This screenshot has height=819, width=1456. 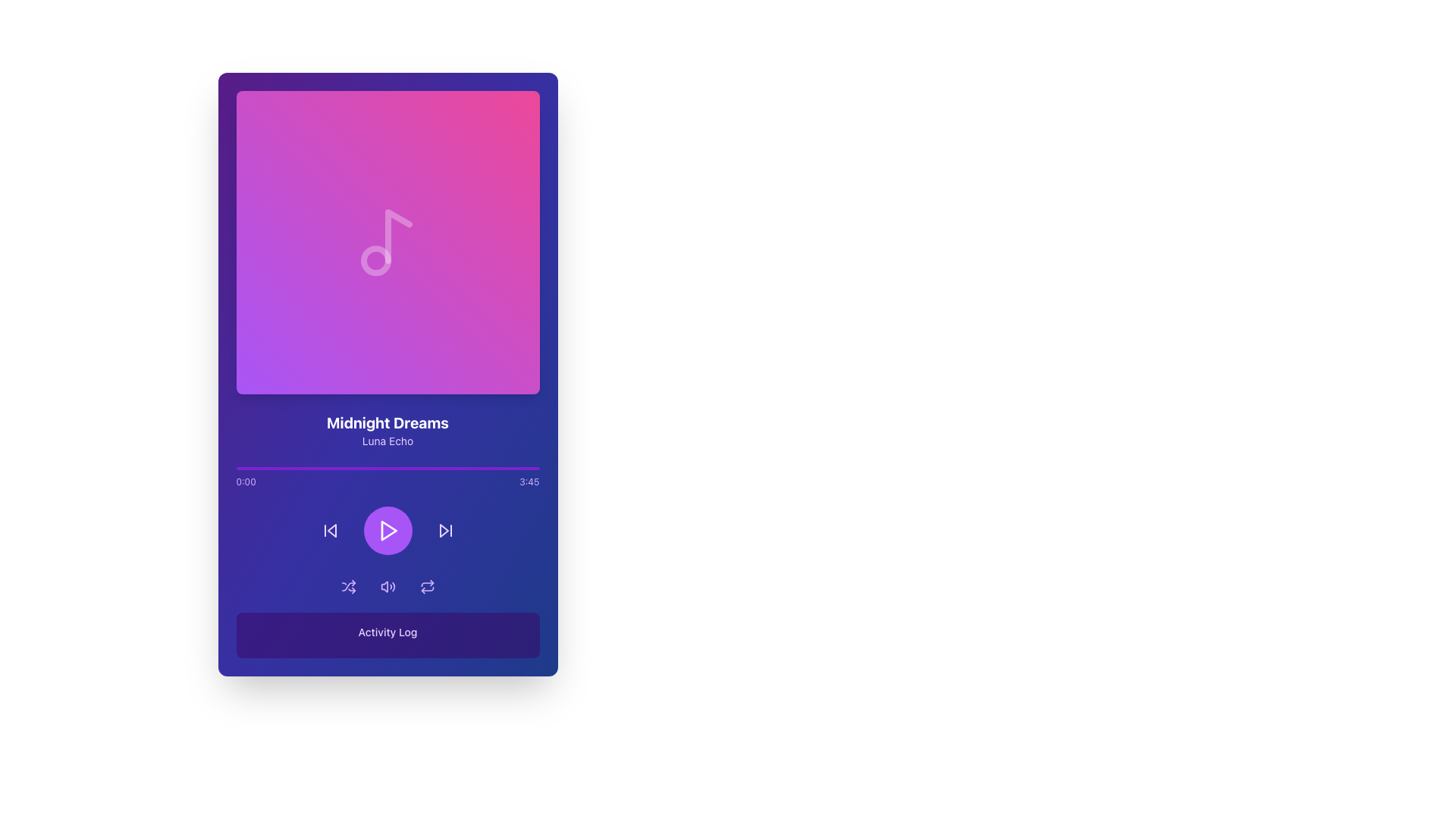 What do you see at coordinates (388, 529) in the screenshot?
I see `the play button located in the bottom section of the music player interface` at bounding box center [388, 529].